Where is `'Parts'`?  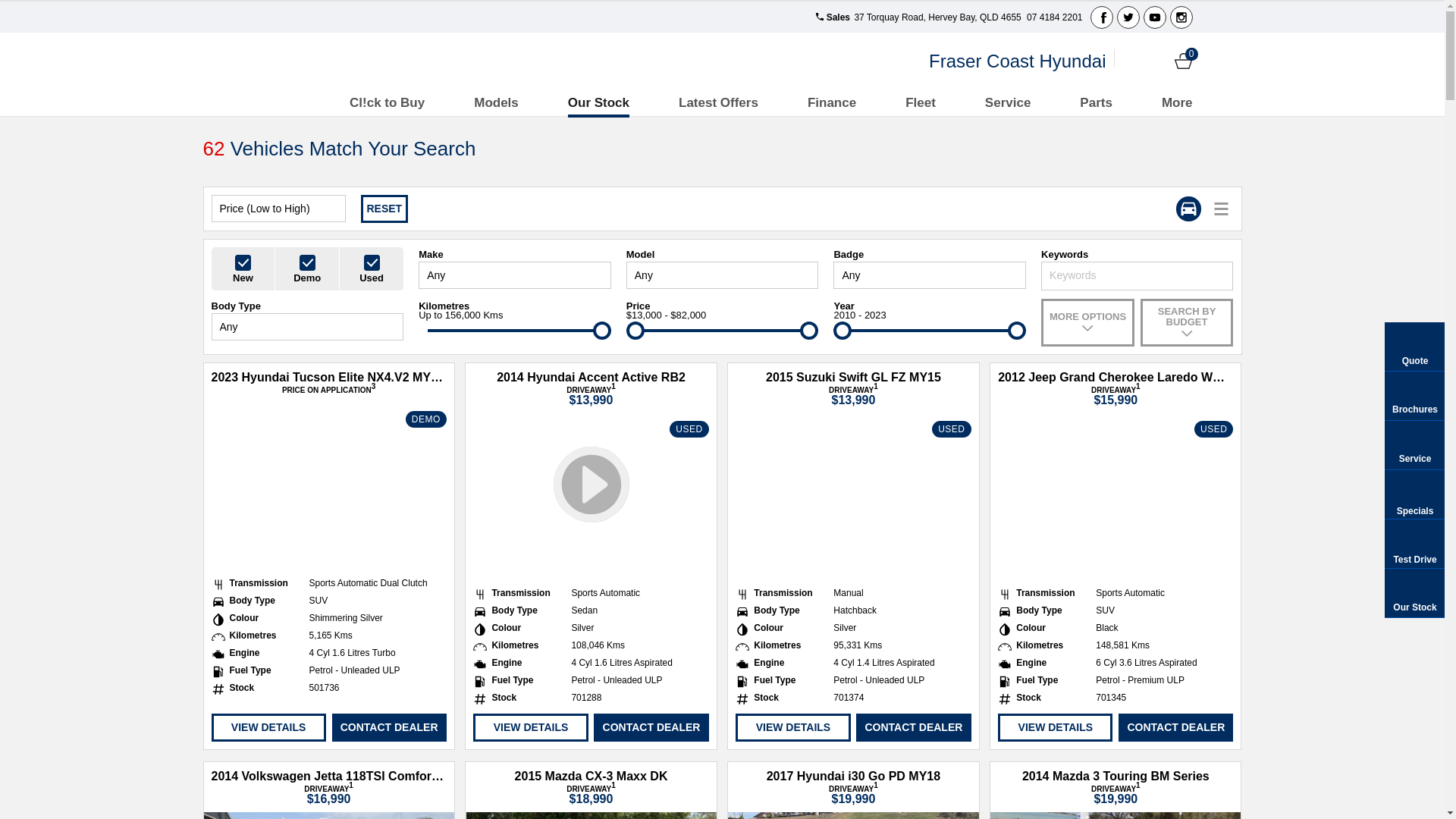
'Parts' is located at coordinates (1096, 102).